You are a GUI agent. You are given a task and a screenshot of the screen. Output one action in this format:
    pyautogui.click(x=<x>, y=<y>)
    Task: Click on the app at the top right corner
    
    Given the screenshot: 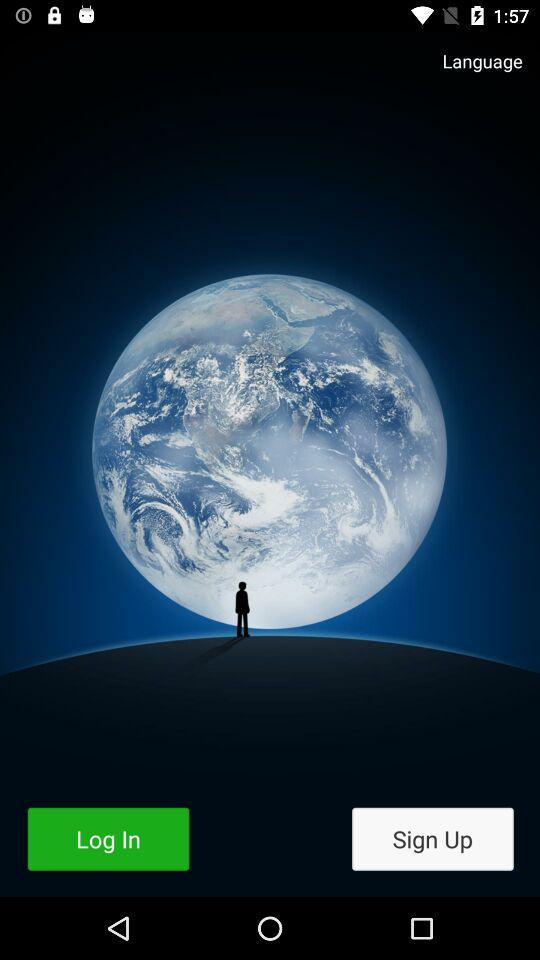 What is the action you would take?
    pyautogui.click(x=472, y=71)
    